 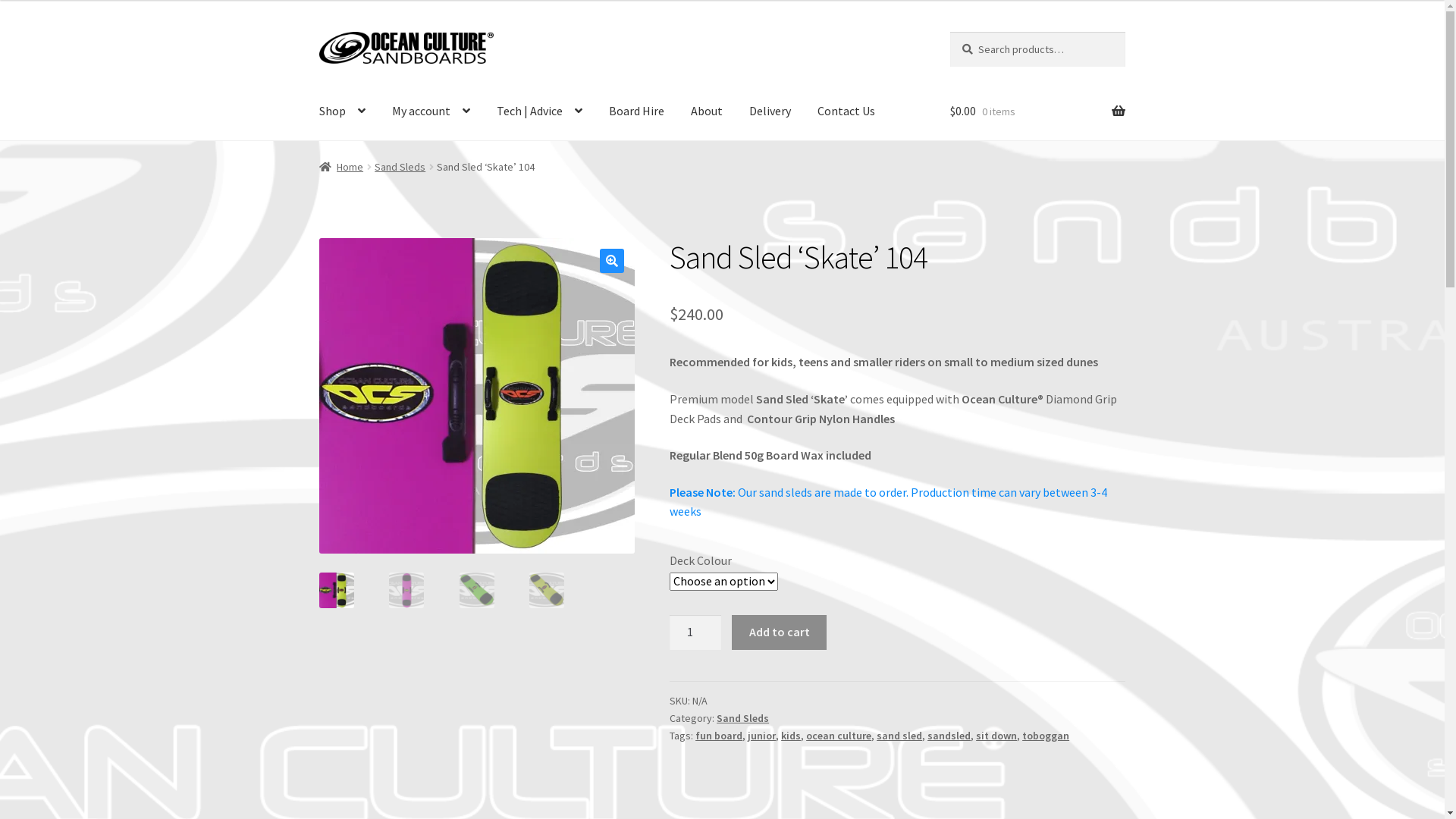 What do you see at coordinates (1044, 734) in the screenshot?
I see `'toboggan'` at bounding box center [1044, 734].